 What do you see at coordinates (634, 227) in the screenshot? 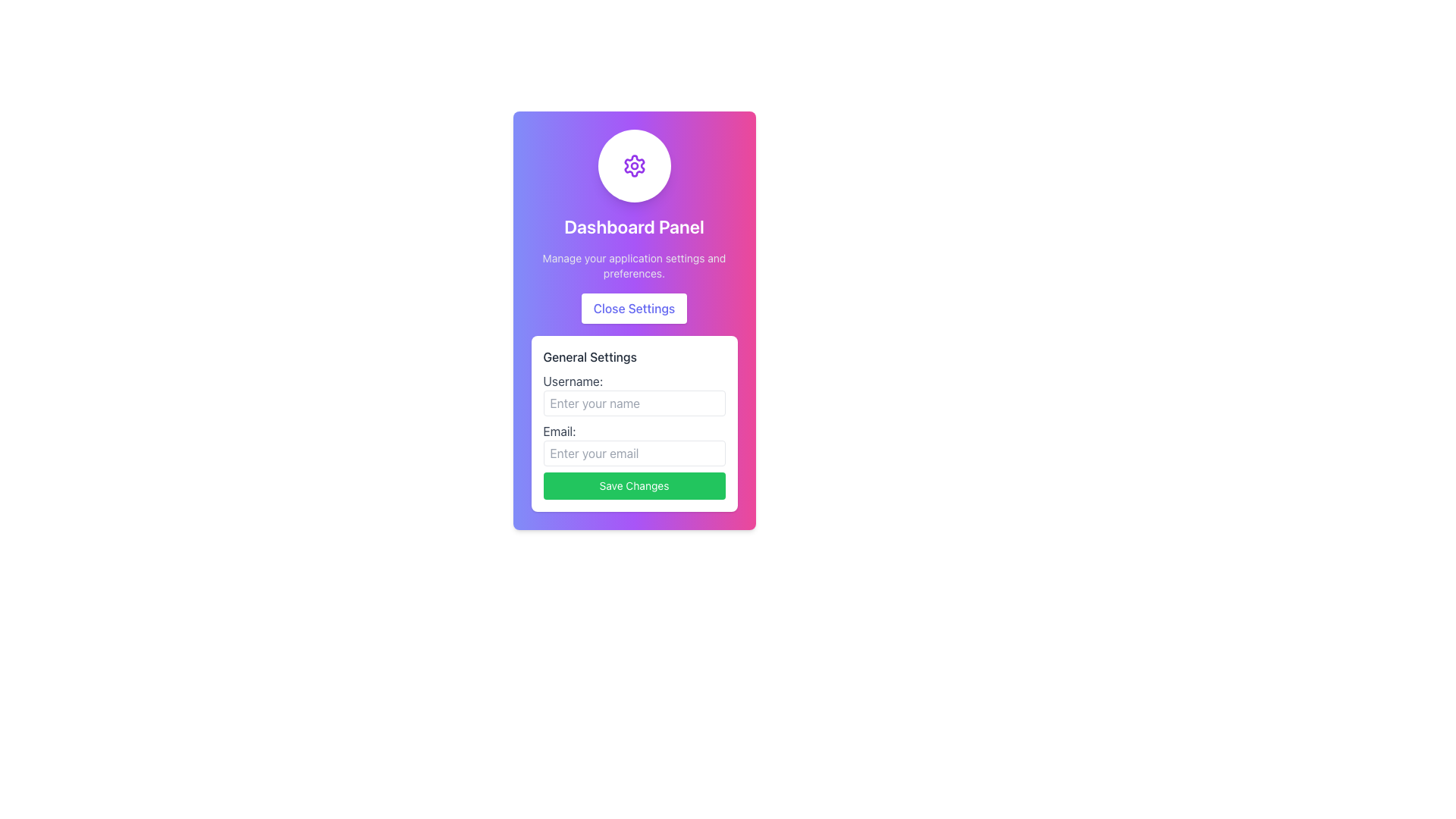
I see `the Dashboard Panel title text label, which is centrally aligned below a cog icon and above the settings description` at bounding box center [634, 227].